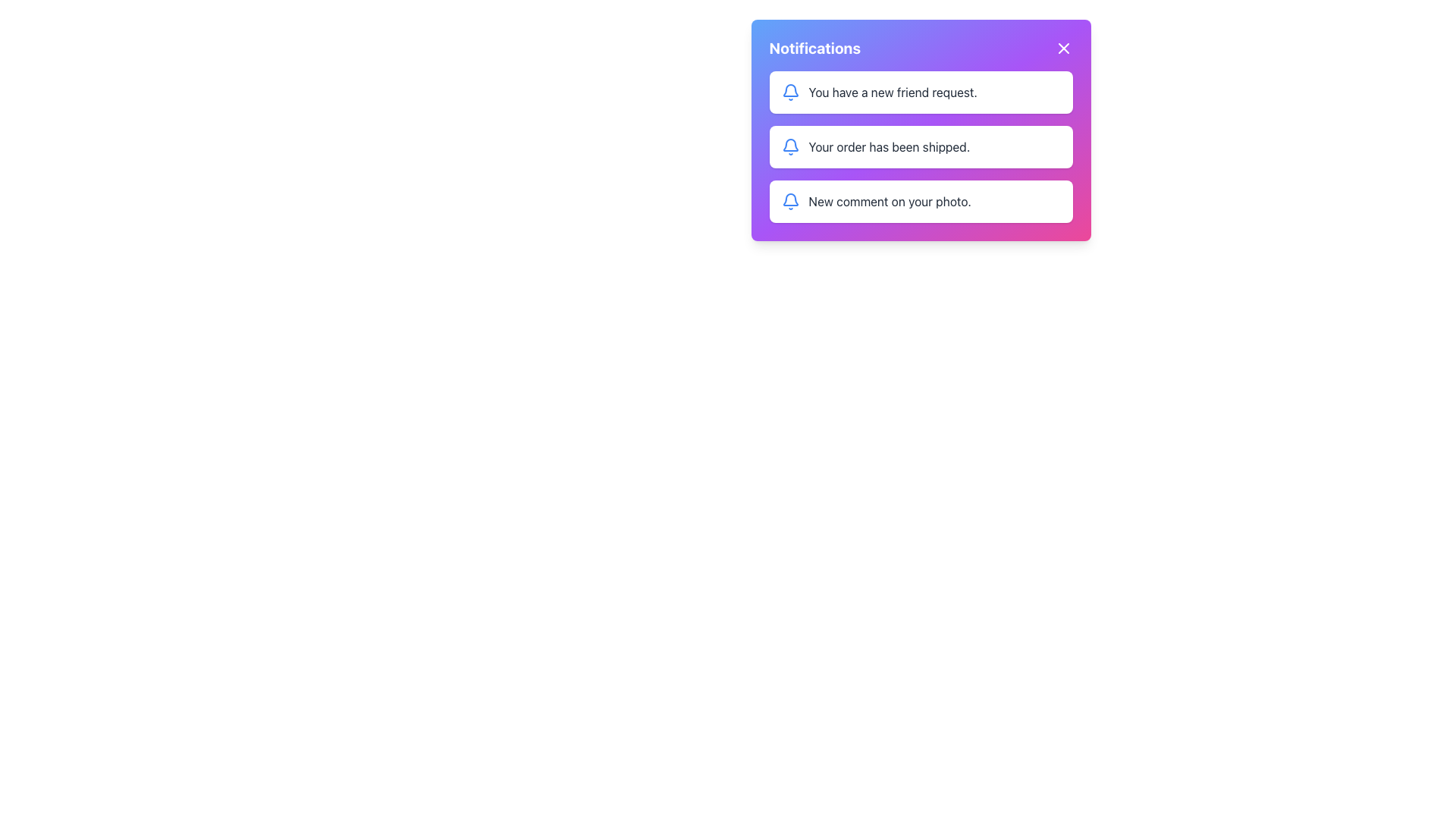  Describe the element at coordinates (920, 146) in the screenshot. I see `the notification card indicating that the user's order has been shipped, which is the second notification in the list within the 'Notifications' card` at that location.